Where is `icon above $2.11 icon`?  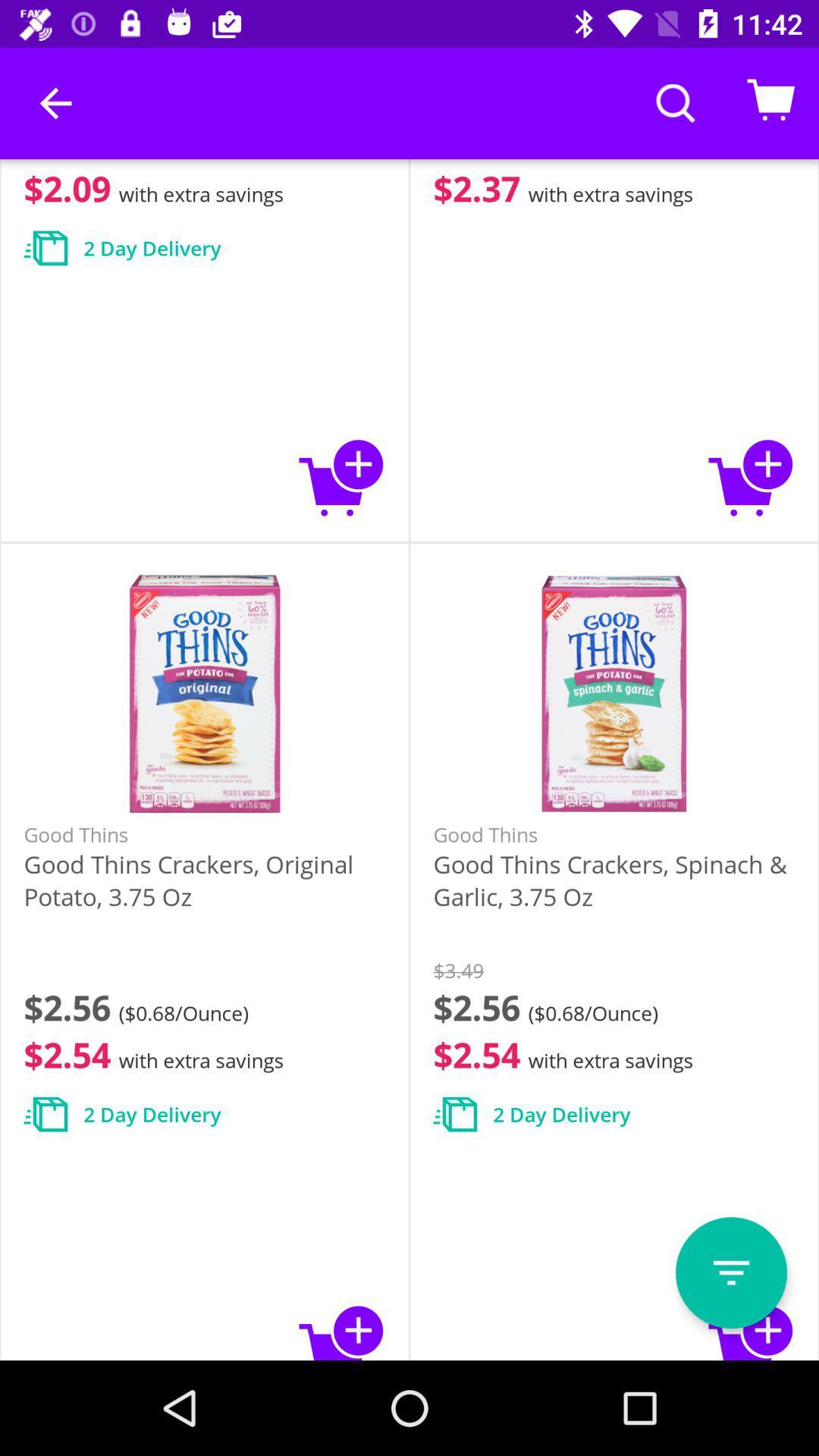
icon above $2.11 icon is located at coordinates (55, 102).